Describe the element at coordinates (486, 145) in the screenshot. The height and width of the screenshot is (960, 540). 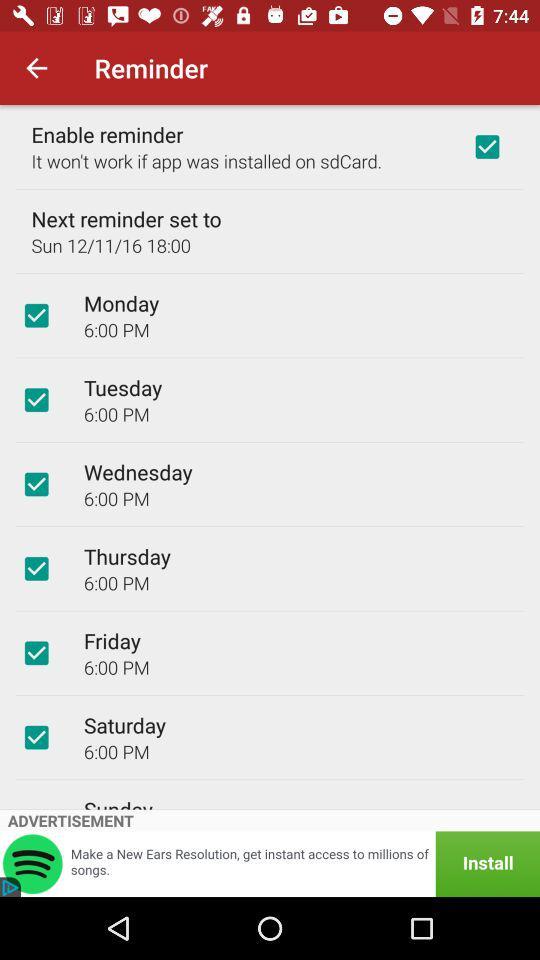
I see `enable button` at that location.